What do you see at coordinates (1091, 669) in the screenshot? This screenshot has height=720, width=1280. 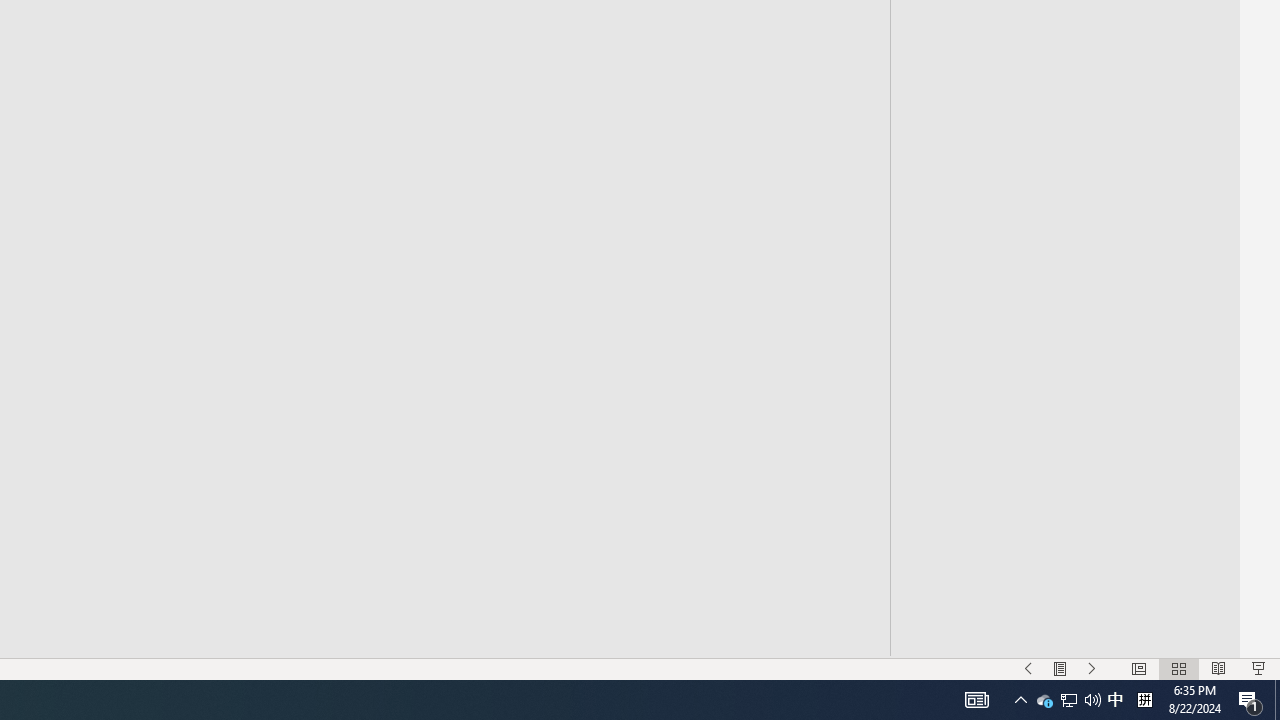 I see `'Slide Show Next On'` at bounding box center [1091, 669].